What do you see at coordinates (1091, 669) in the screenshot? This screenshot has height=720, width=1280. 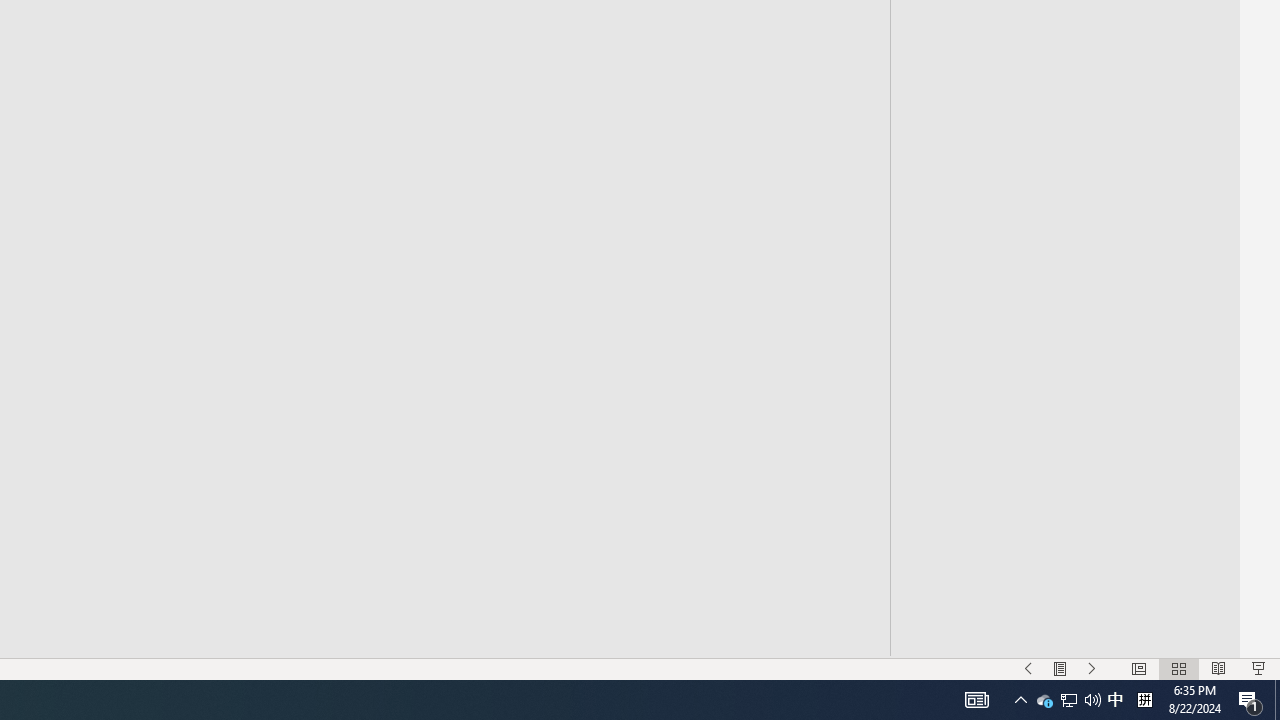 I see `'Slide Show Next On'` at bounding box center [1091, 669].